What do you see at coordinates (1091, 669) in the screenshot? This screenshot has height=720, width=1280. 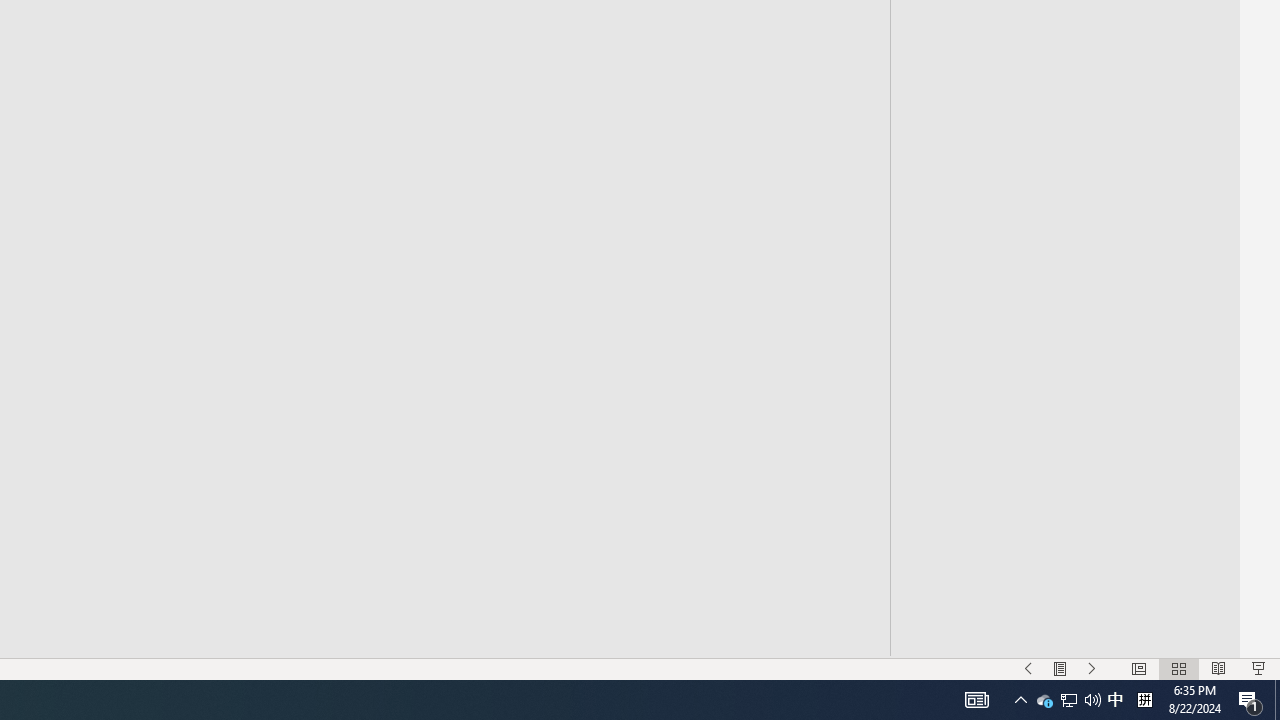 I see `'Slide Show Next On'` at bounding box center [1091, 669].